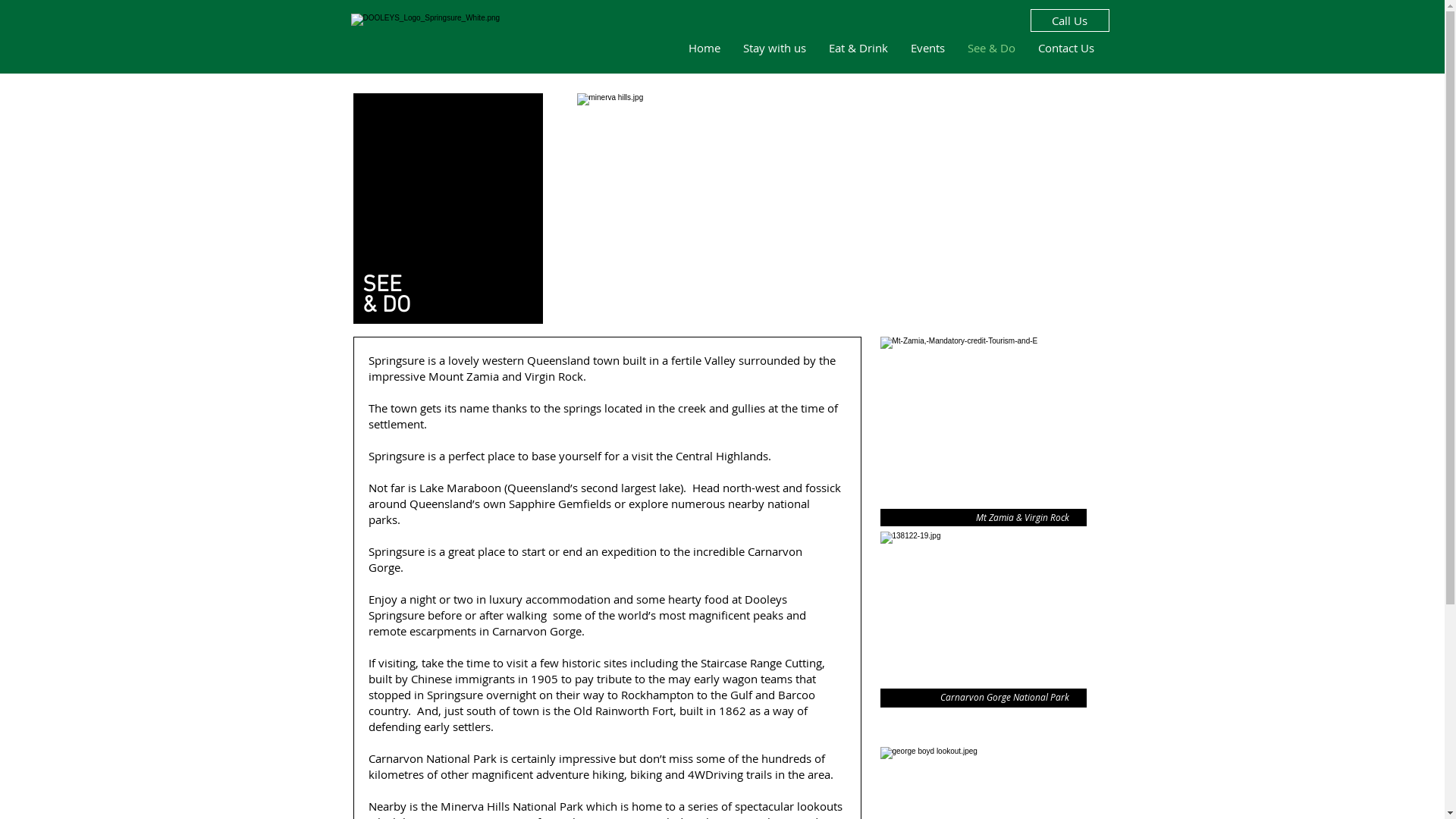 This screenshot has width=1456, height=819. What do you see at coordinates (702, 46) in the screenshot?
I see `'Home'` at bounding box center [702, 46].